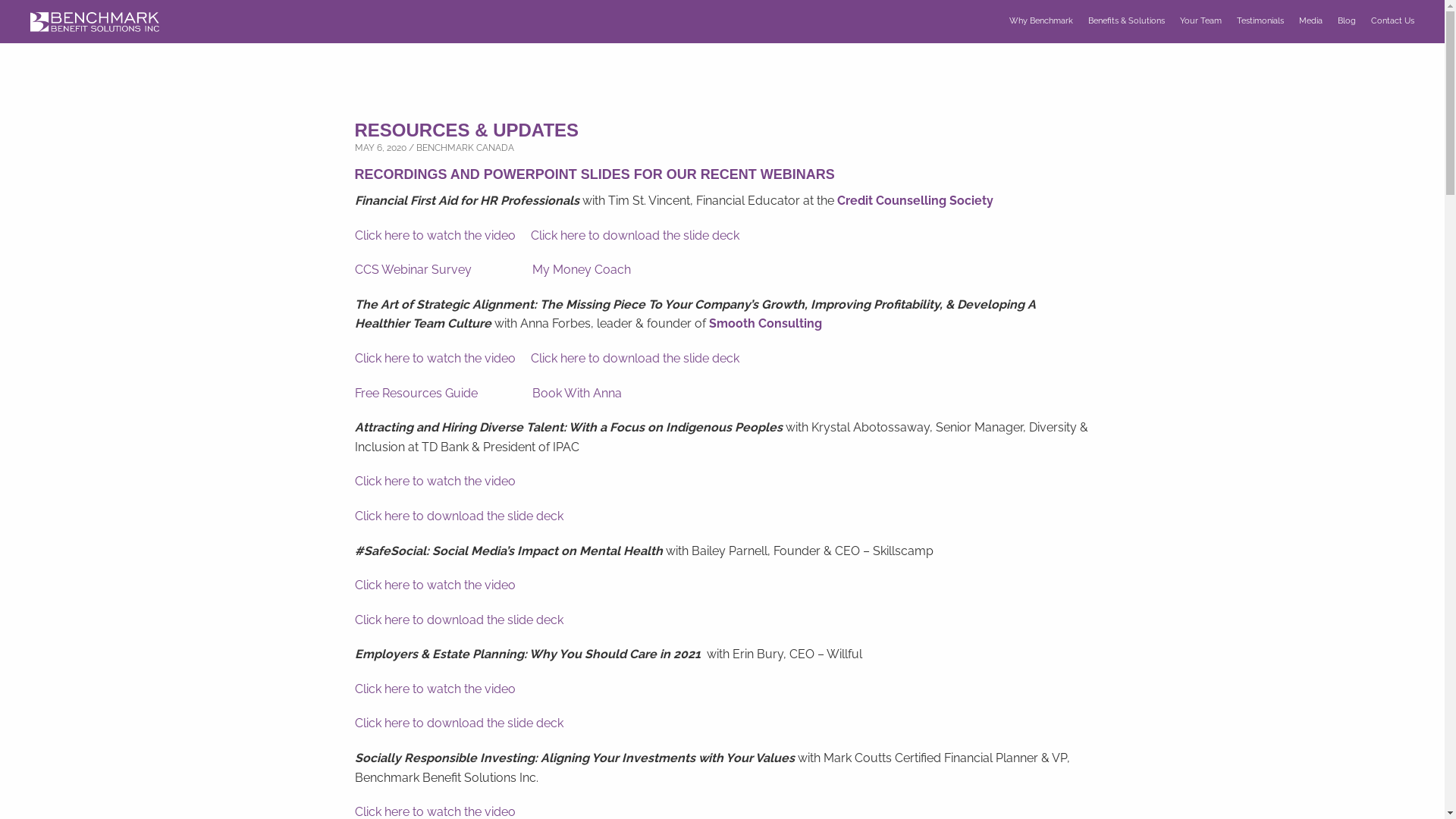  I want to click on 'Media', so click(1310, 20).